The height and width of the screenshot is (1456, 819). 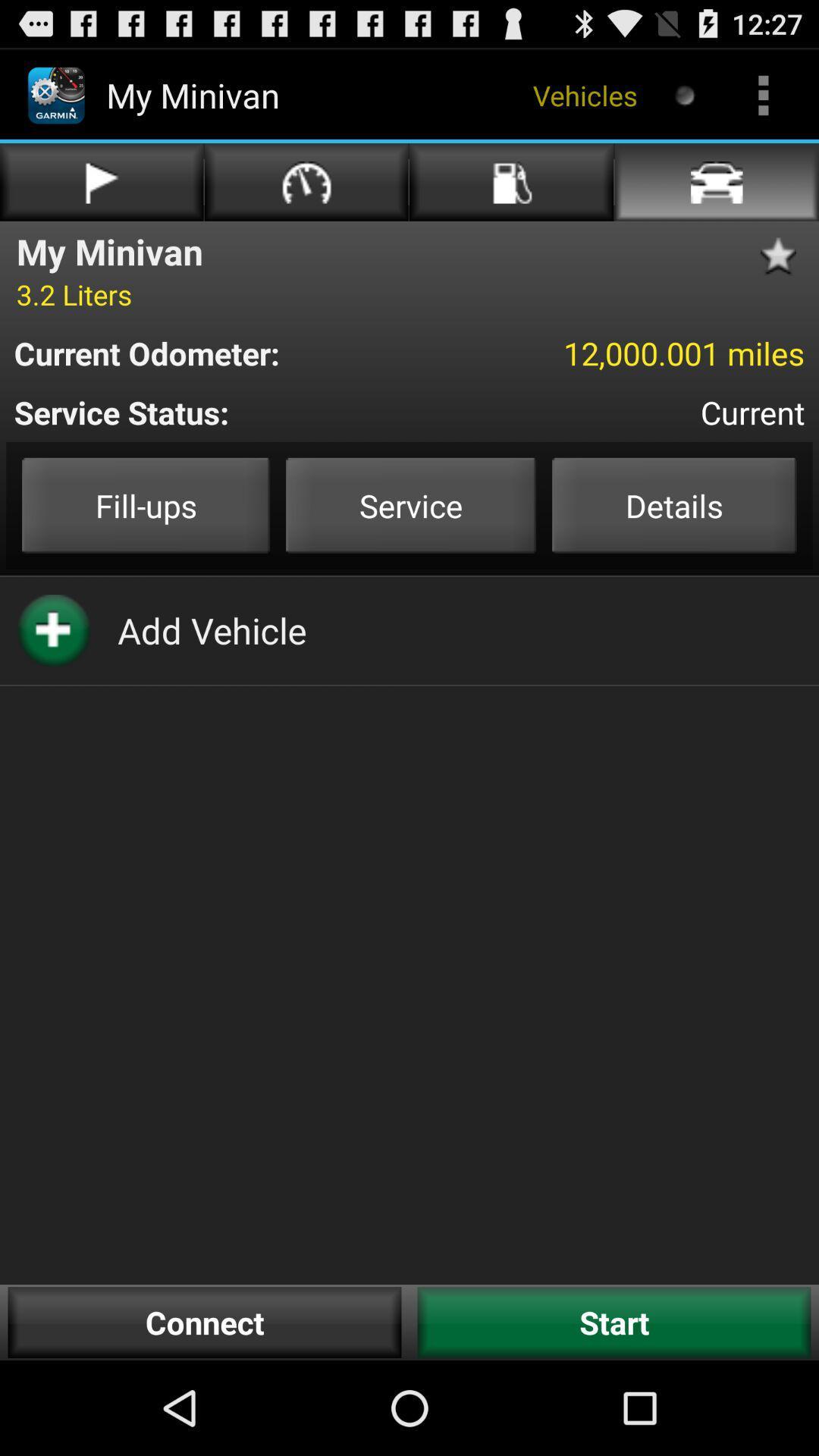 I want to click on the start icon, so click(x=614, y=1322).